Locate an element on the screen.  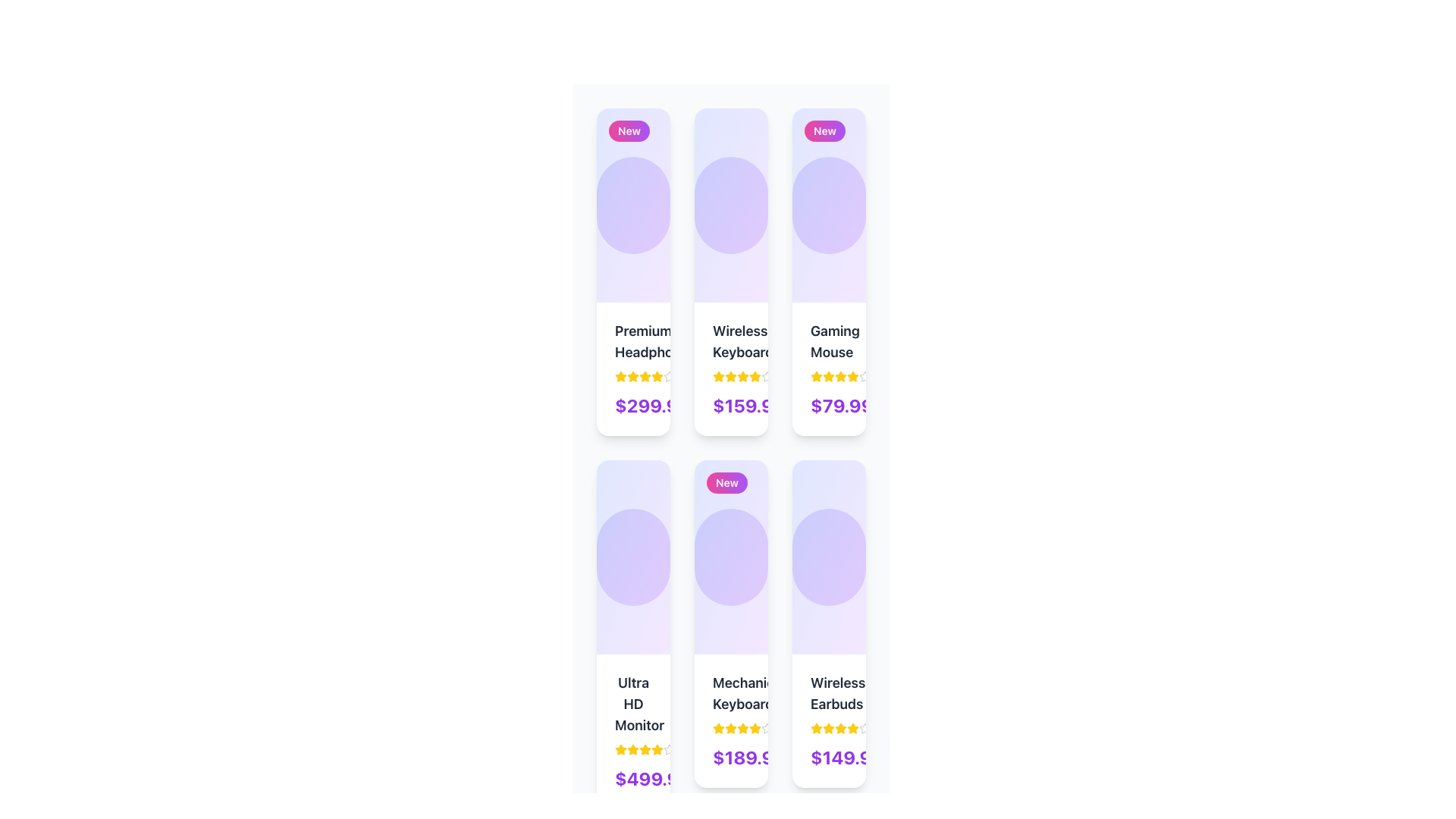
price displayed on the Text label located at the bottom section of the product card, positioned directly below the product rating and name text is located at coordinates (653, 778).